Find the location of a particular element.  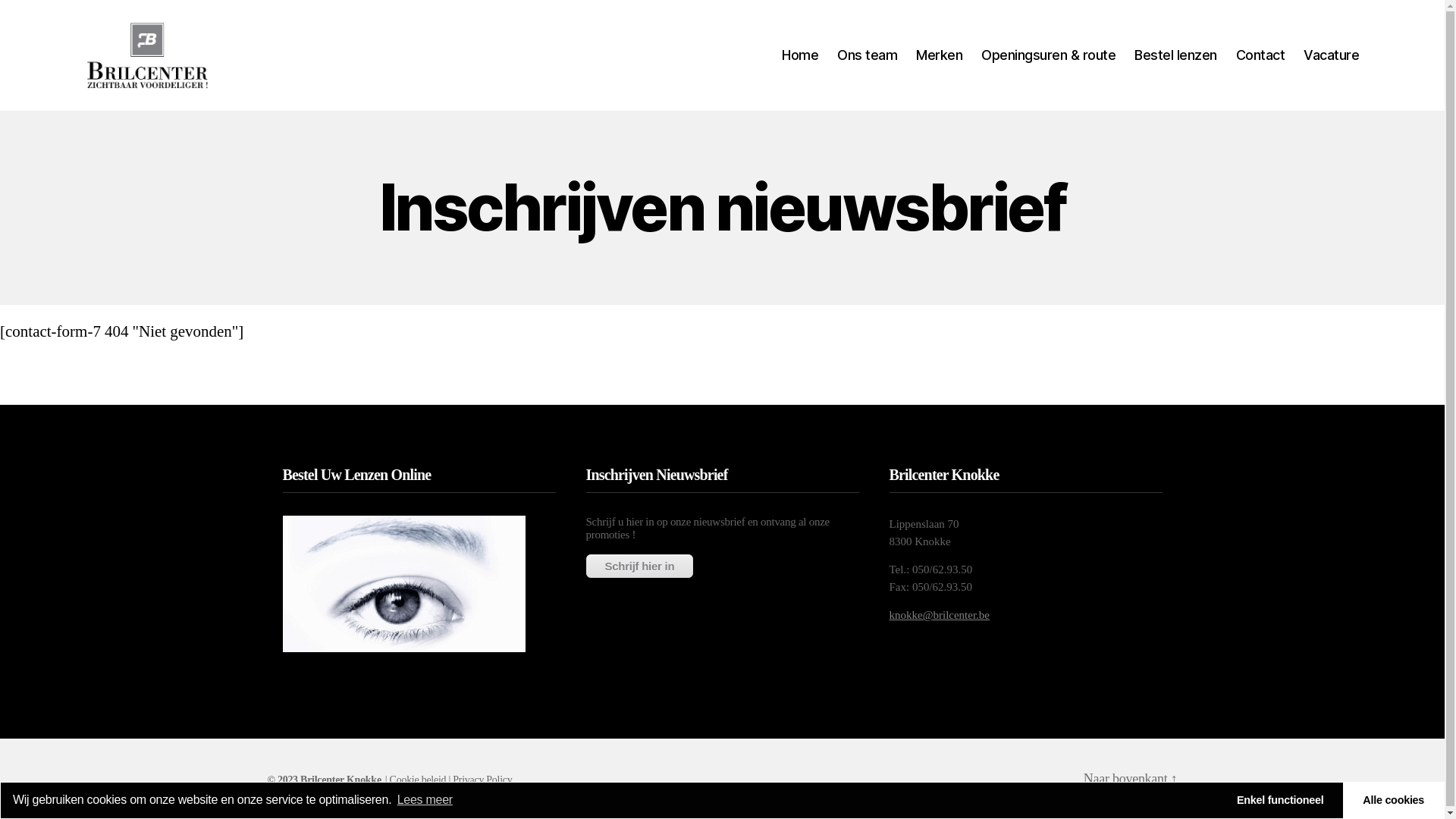

'Privacy Policy' is located at coordinates (451, 780).